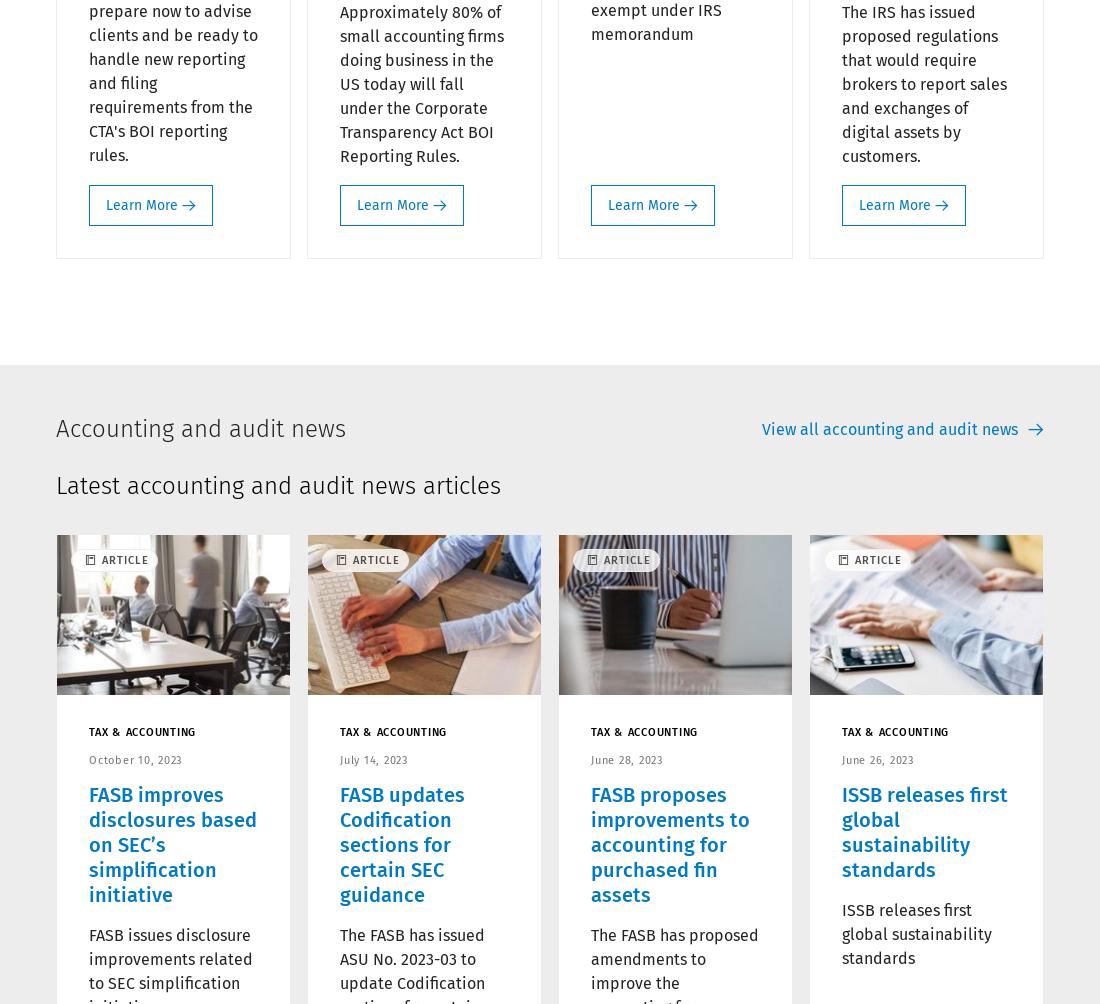 The image size is (1100, 1004). Describe the element at coordinates (670, 843) in the screenshot. I see `'FASB proposes improvements to accounting for purchased fin assets'` at that location.